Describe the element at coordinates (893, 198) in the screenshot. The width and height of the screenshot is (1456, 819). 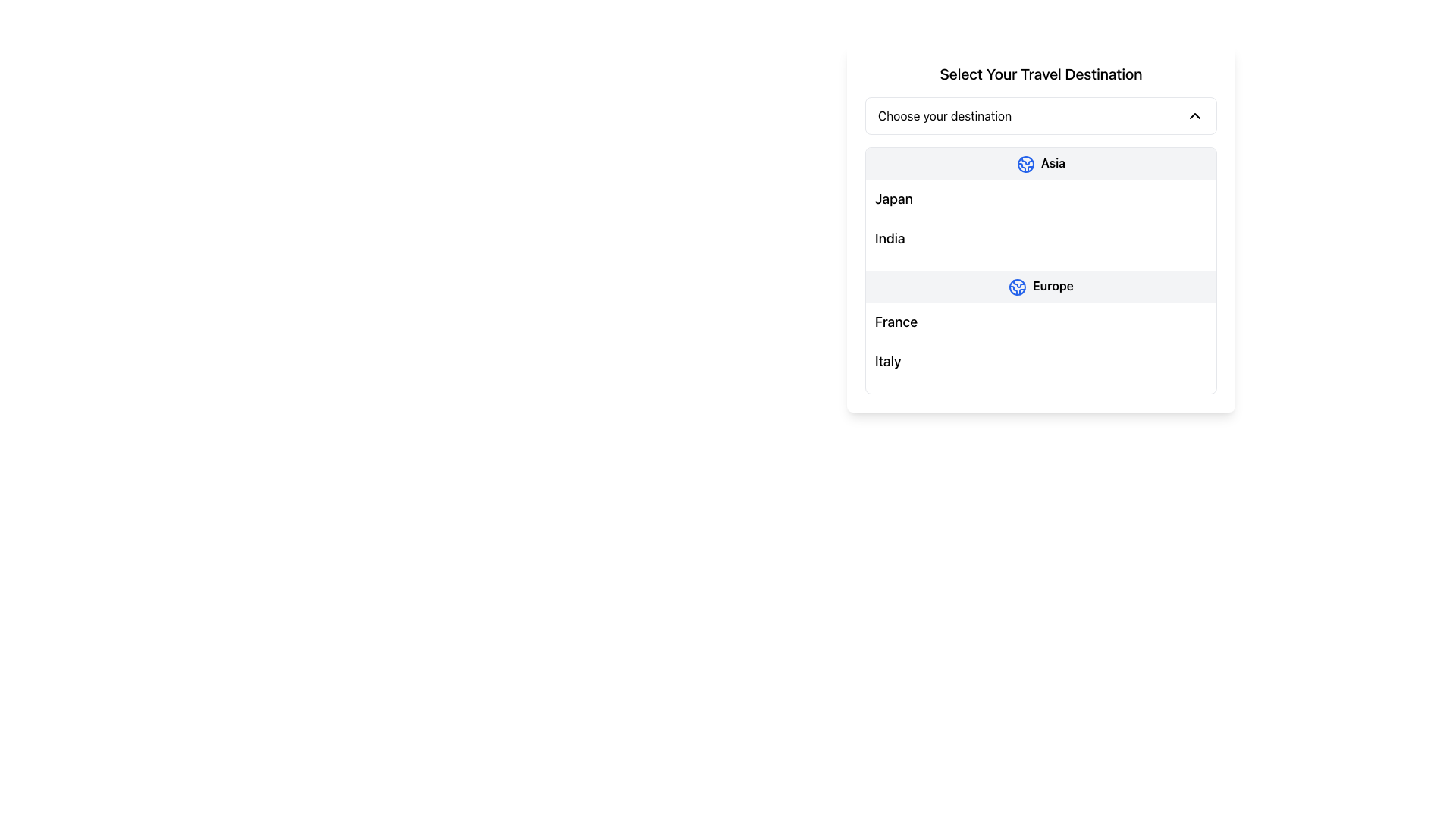
I see `'Japan' text label, which is the first visible item under the 'Asia' section in the 'Select Your Travel Destination' modal` at that location.